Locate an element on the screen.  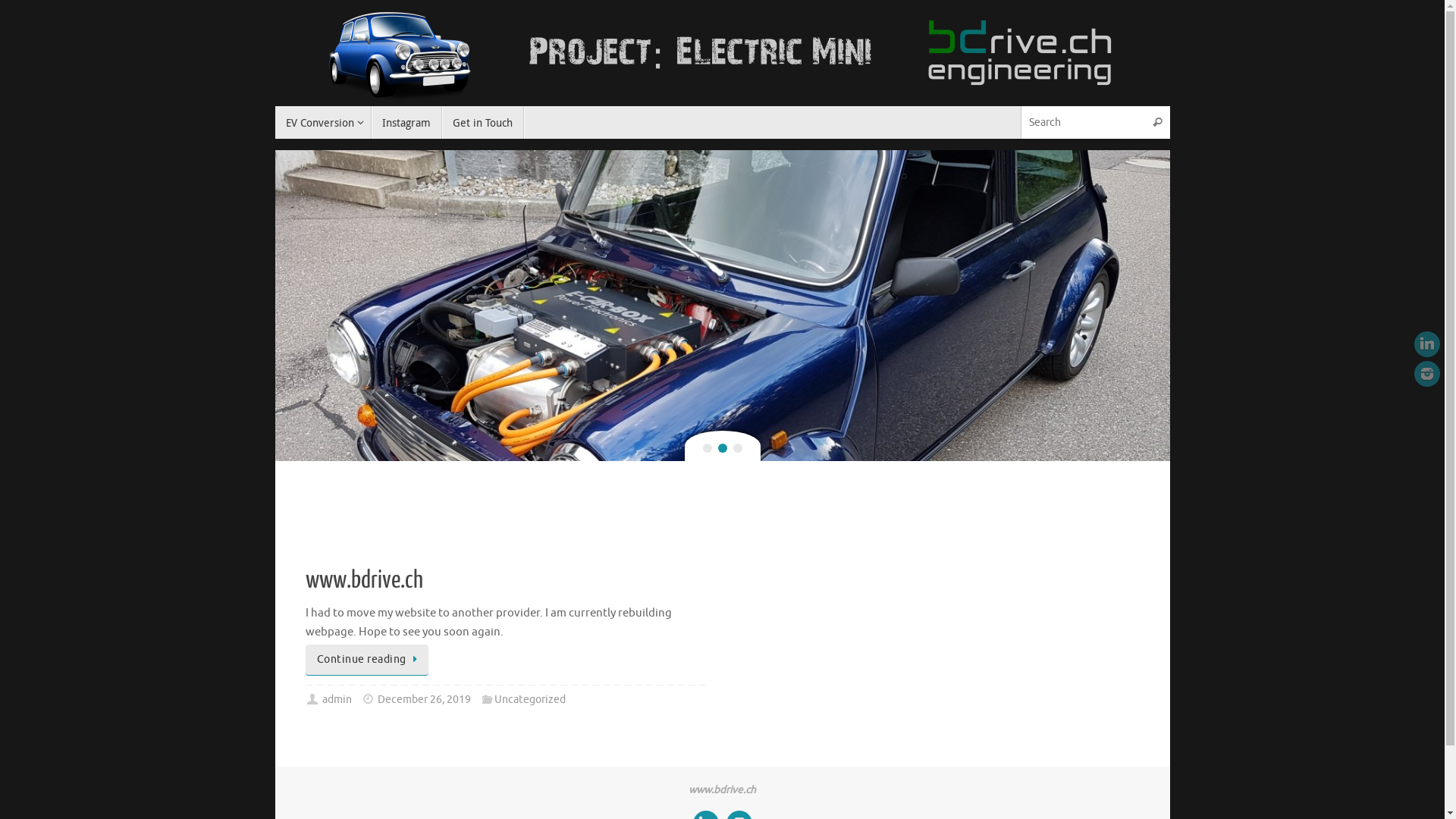
'Categories' is located at coordinates (479, 699).